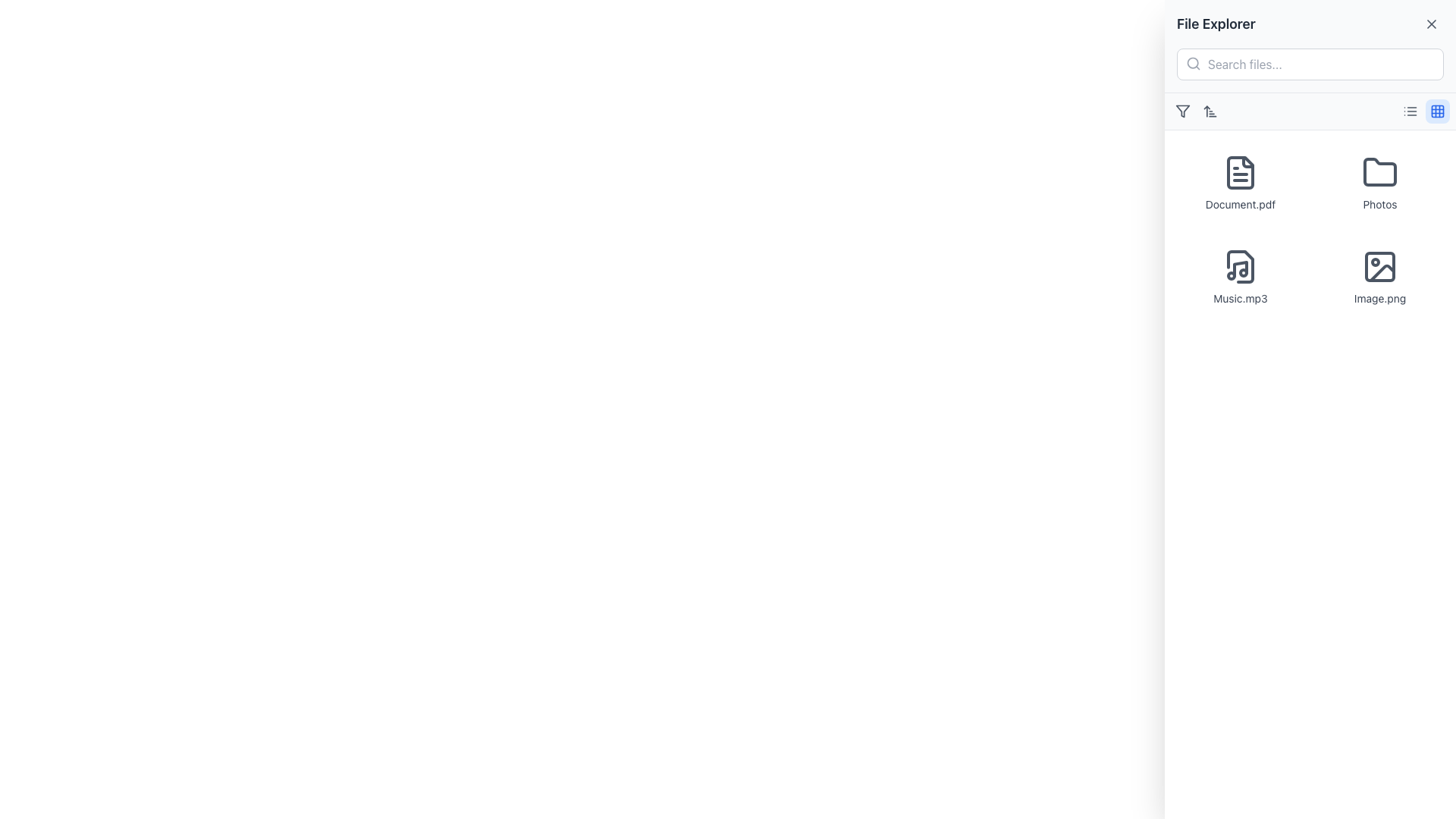 This screenshot has height=819, width=1456. Describe the element at coordinates (1192, 62) in the screenshot. I see `the SVG Circle element that is part of the search icon, located to the left of the text input field at the top of the interface` at that location.